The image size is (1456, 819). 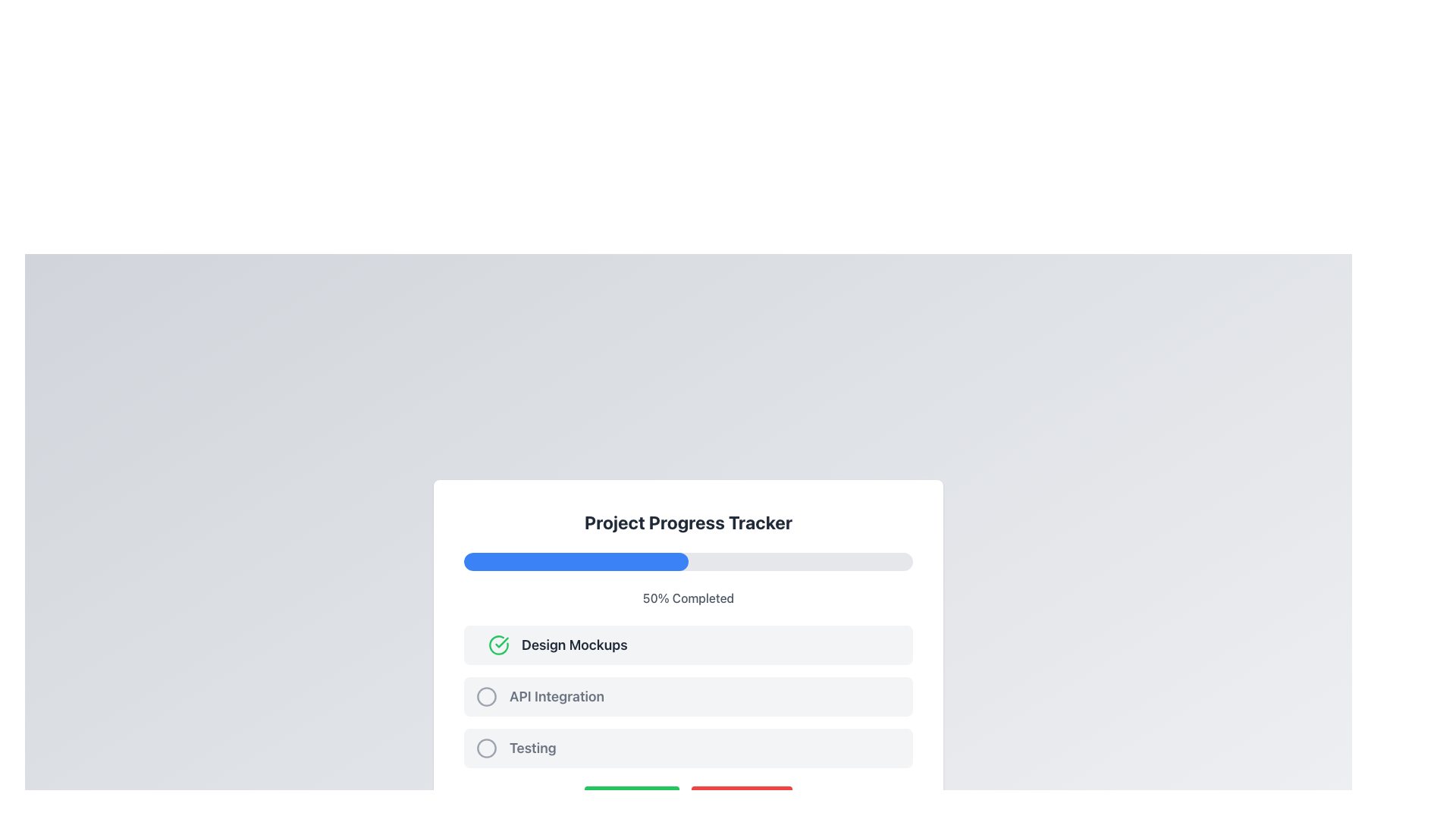 What do you see at coordinates (687, 696) in the screenshot?
I see `the radio button labeled 'API Integration'` at bounding box center [687, 696].